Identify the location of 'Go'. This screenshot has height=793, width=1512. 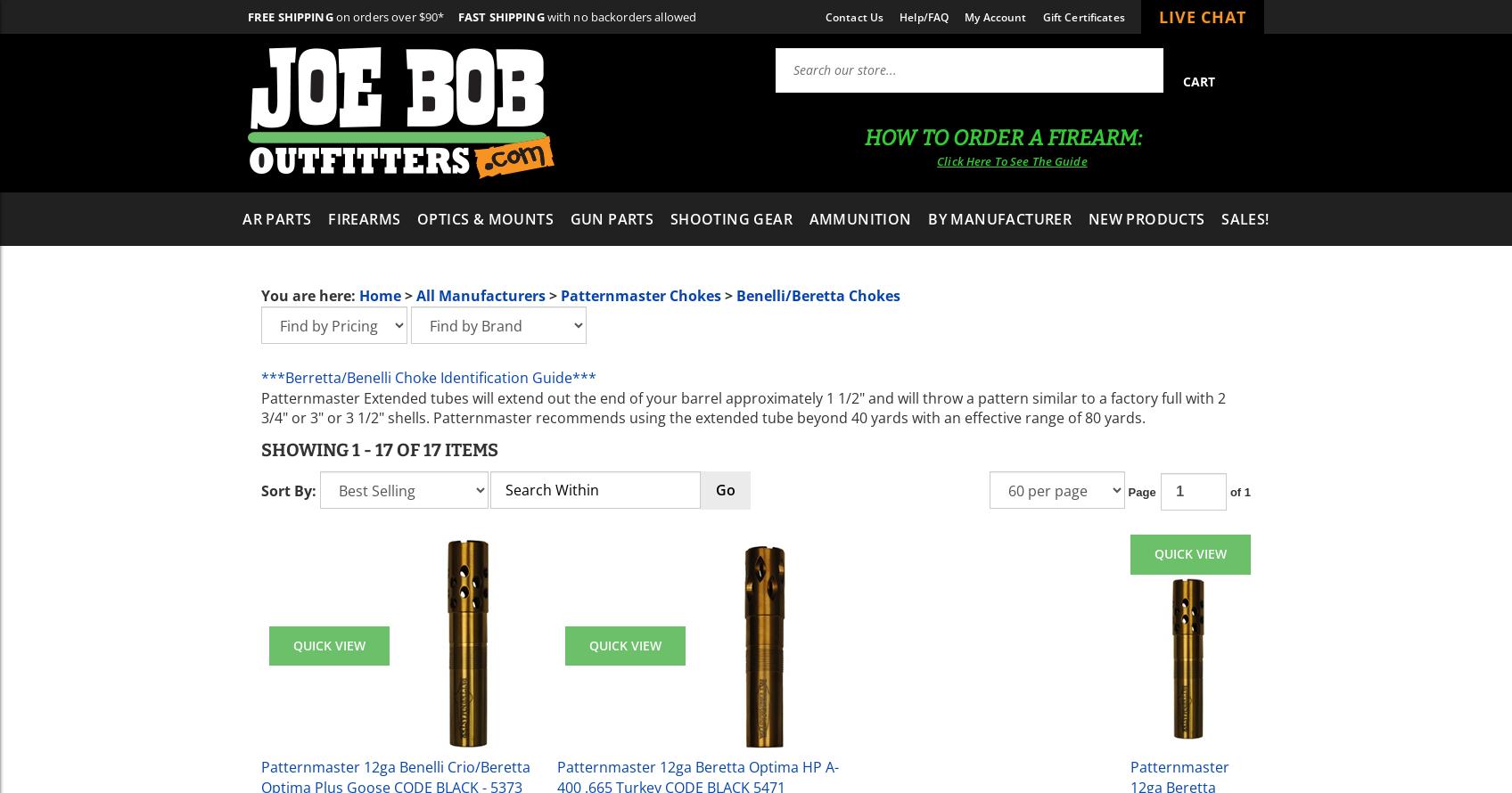
(725, 488).